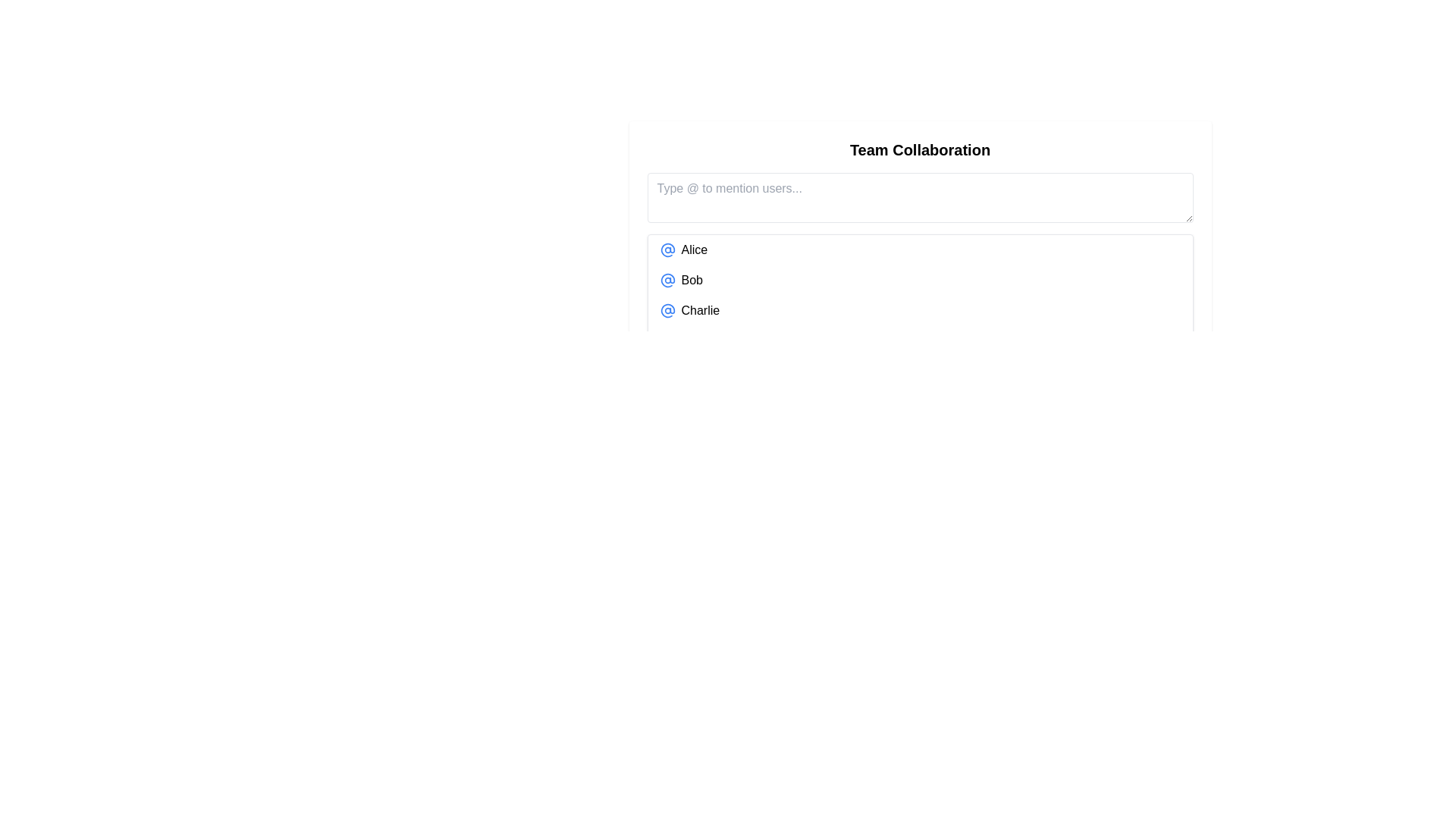  What do you see at coordinates (667, 249) in the screenshot?
I see `the '@' icon located in the row labeled 'Alice', which signifies the 'At mention' feature` at bounding box center [667, 249].